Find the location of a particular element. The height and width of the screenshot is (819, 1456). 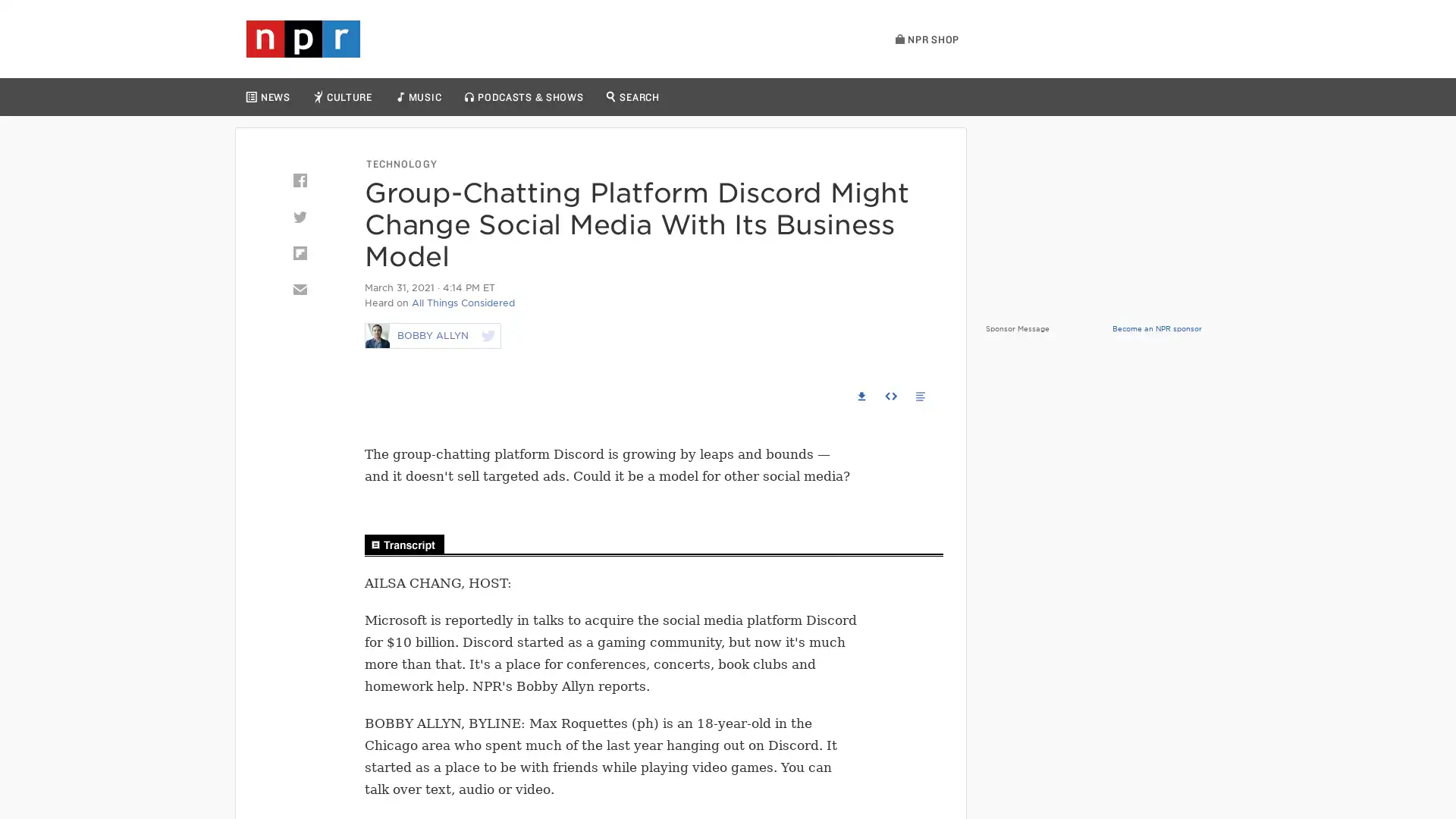

LISTEN 3:37 is located at coordinates (388, 395).